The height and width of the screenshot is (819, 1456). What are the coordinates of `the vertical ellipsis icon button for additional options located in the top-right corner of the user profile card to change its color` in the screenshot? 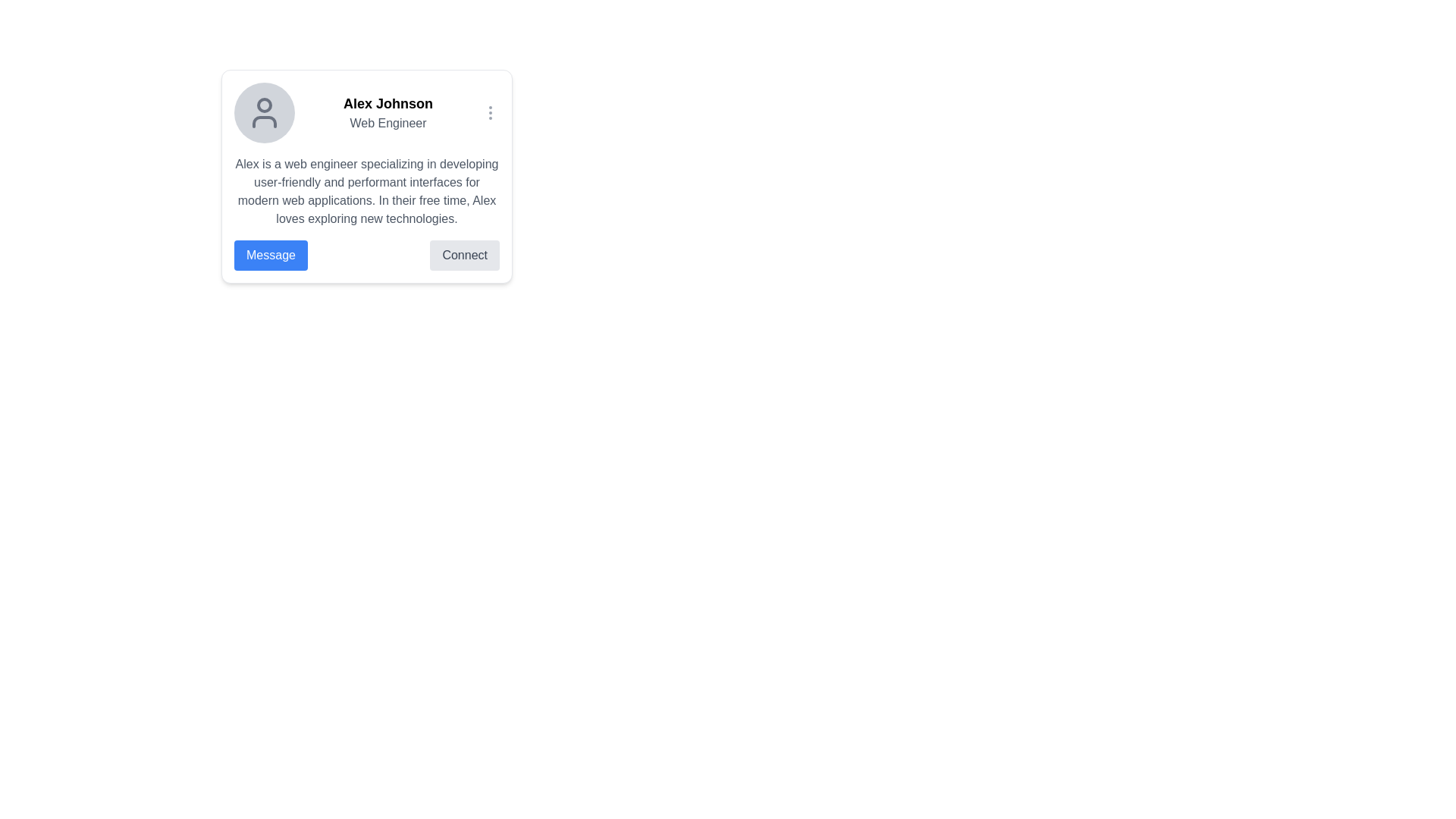 It's located at (491, 112).